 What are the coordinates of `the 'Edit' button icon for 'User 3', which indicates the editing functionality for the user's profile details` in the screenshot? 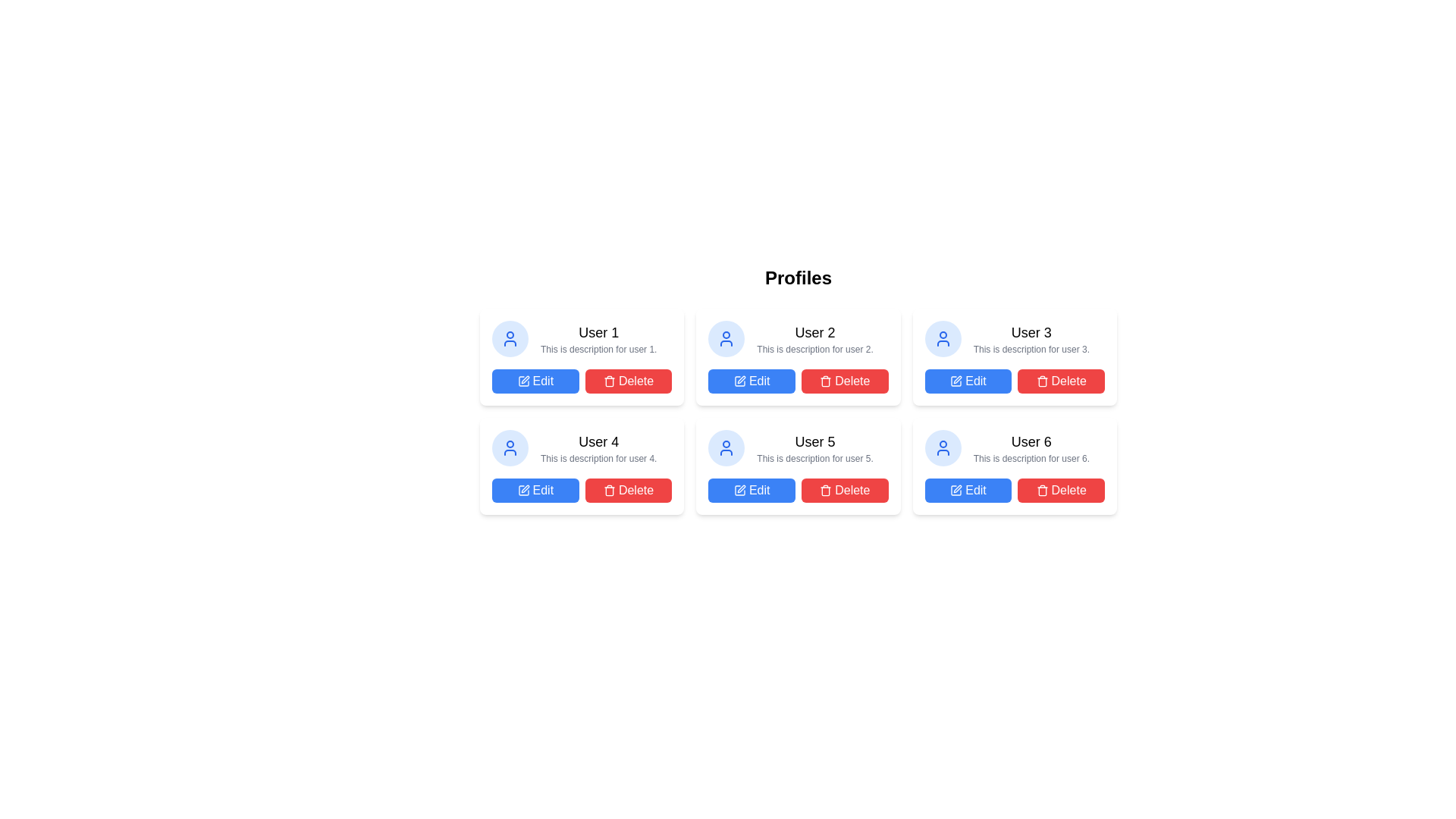 It's located at (957, 379).